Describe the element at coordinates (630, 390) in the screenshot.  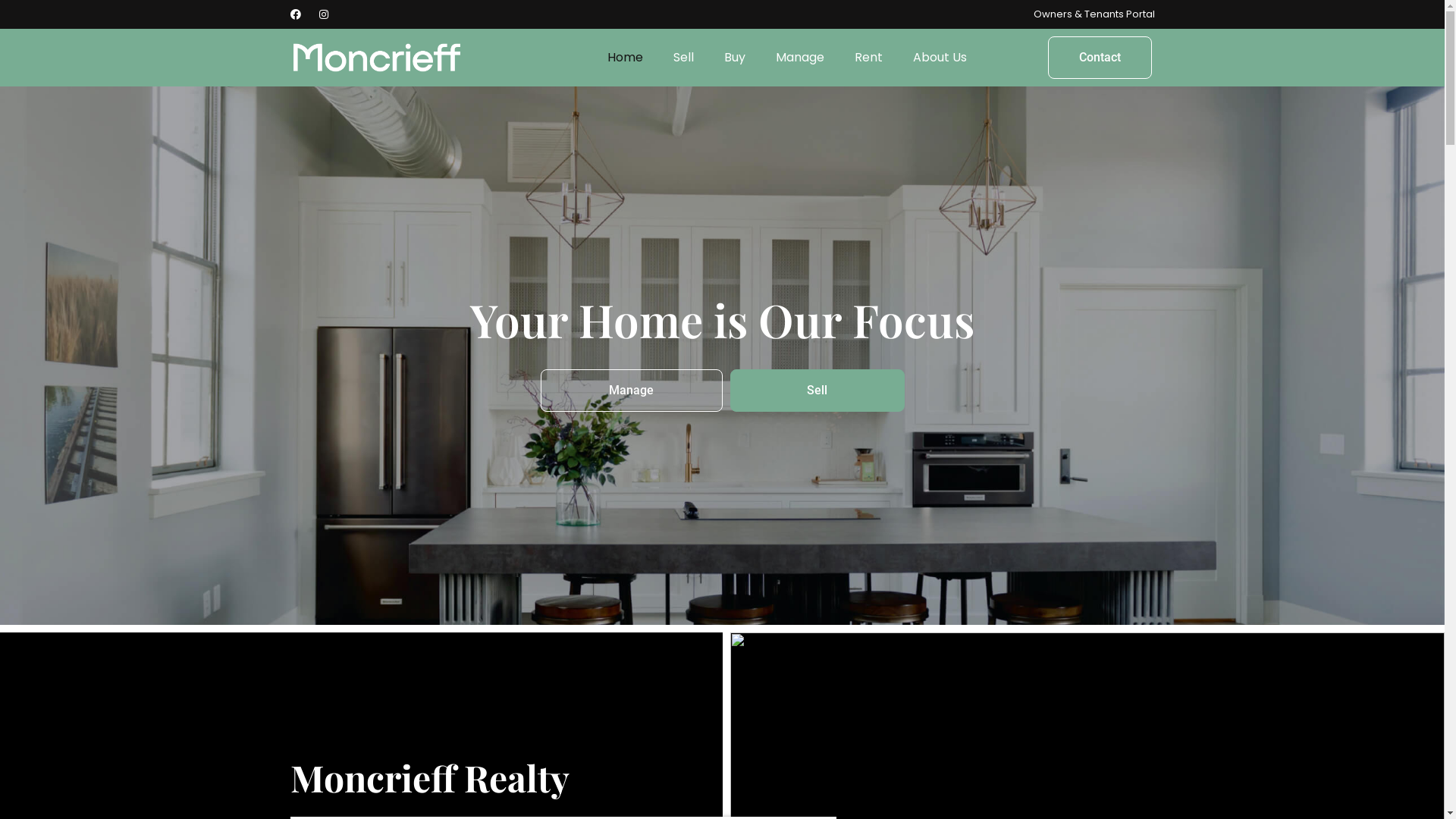
I see `'Manage'` at that location.